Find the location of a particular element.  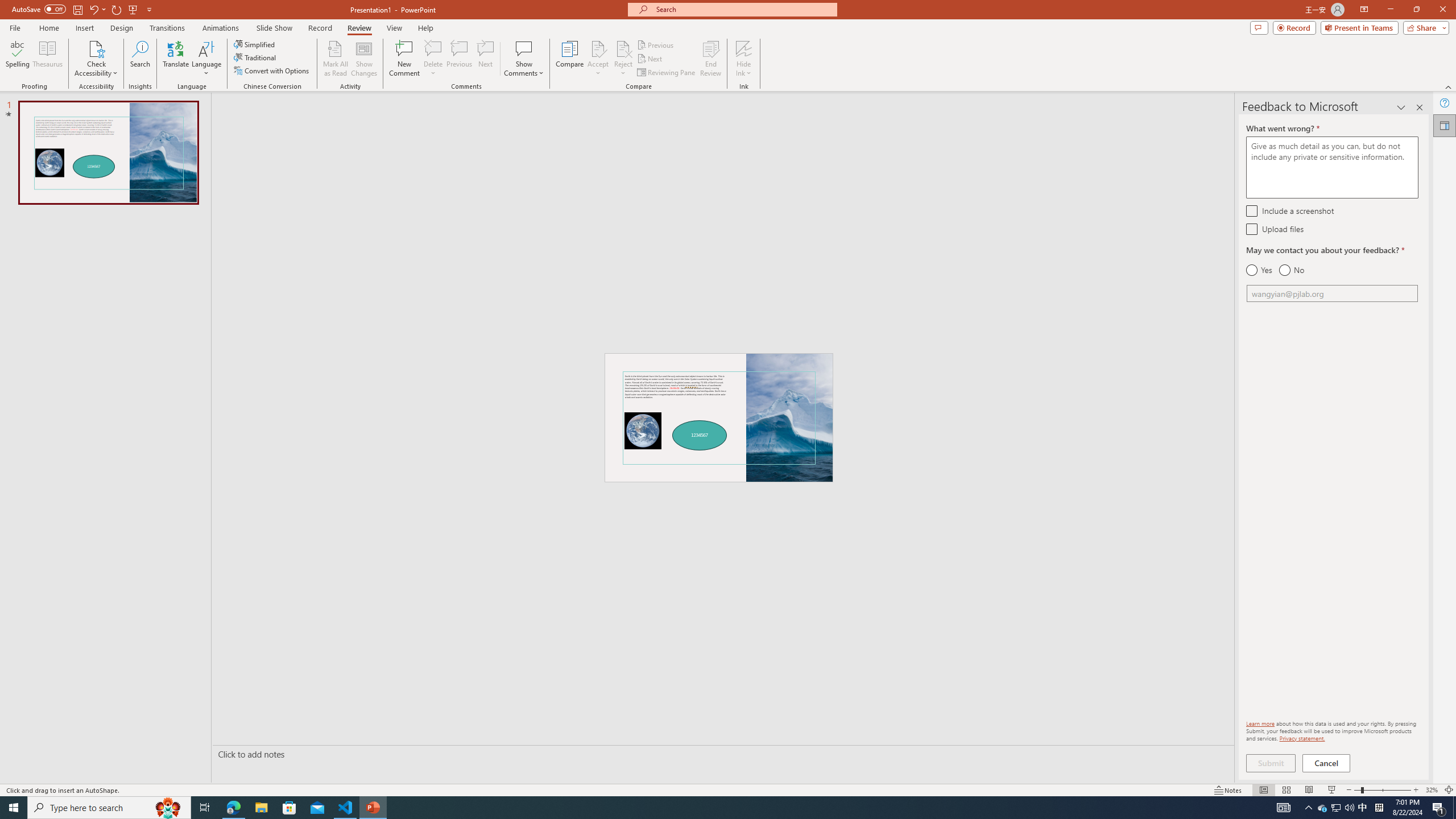

'Save' is located at coordinates (77, 9).